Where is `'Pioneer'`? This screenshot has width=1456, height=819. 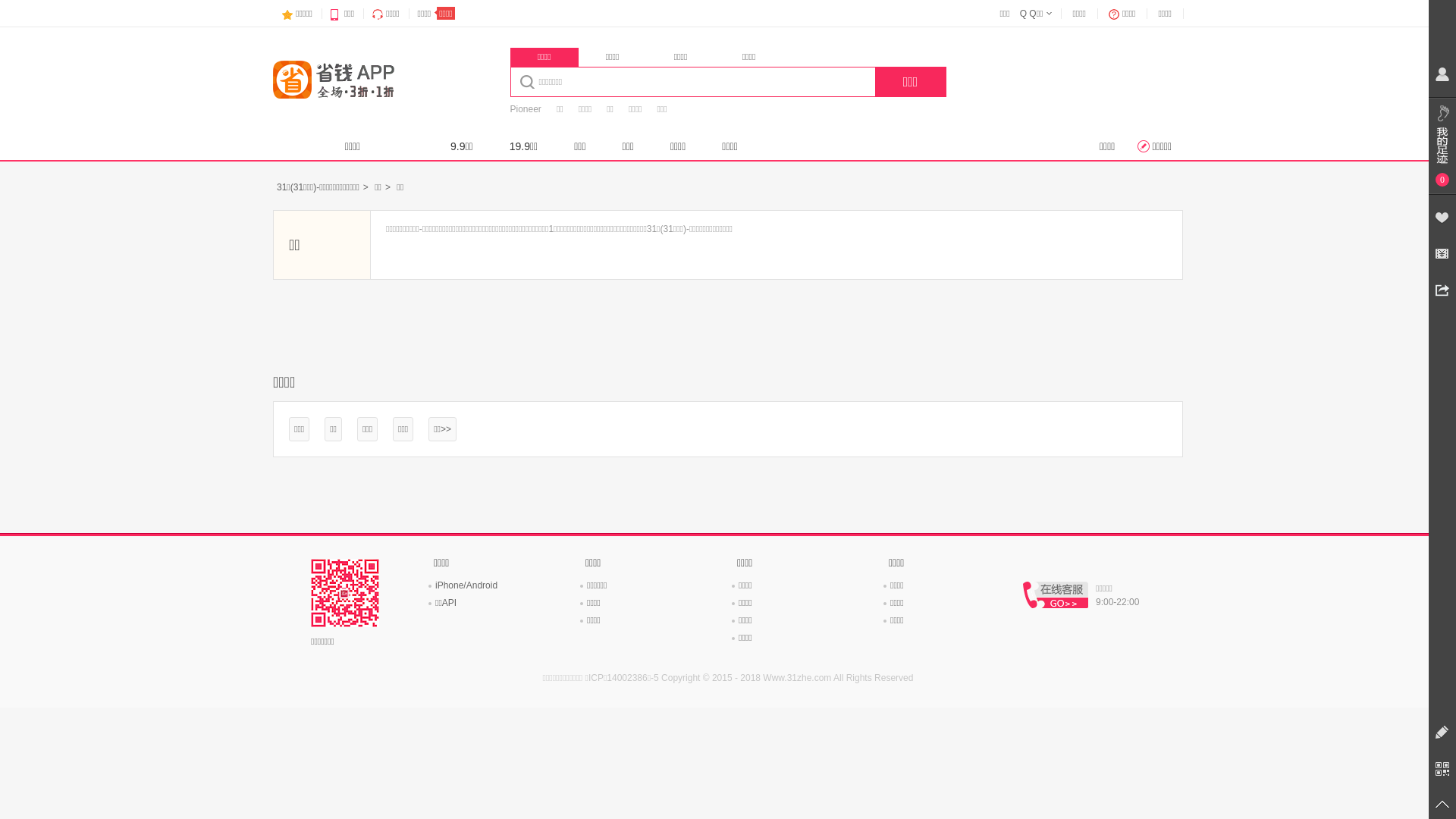 'Pioneer' is located at coordinates (525, 108).